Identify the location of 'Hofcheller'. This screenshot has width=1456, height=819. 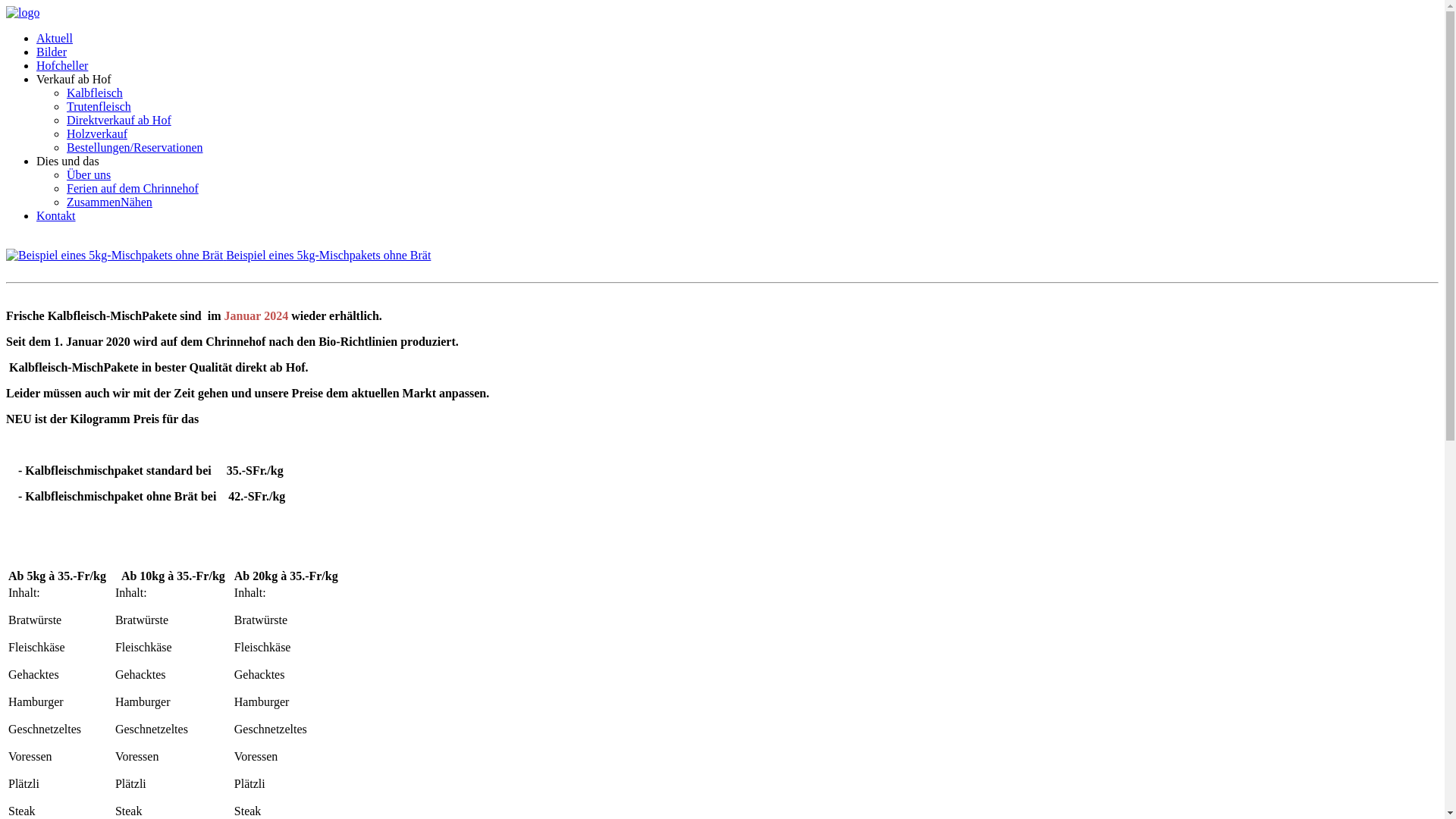
(61, 64).